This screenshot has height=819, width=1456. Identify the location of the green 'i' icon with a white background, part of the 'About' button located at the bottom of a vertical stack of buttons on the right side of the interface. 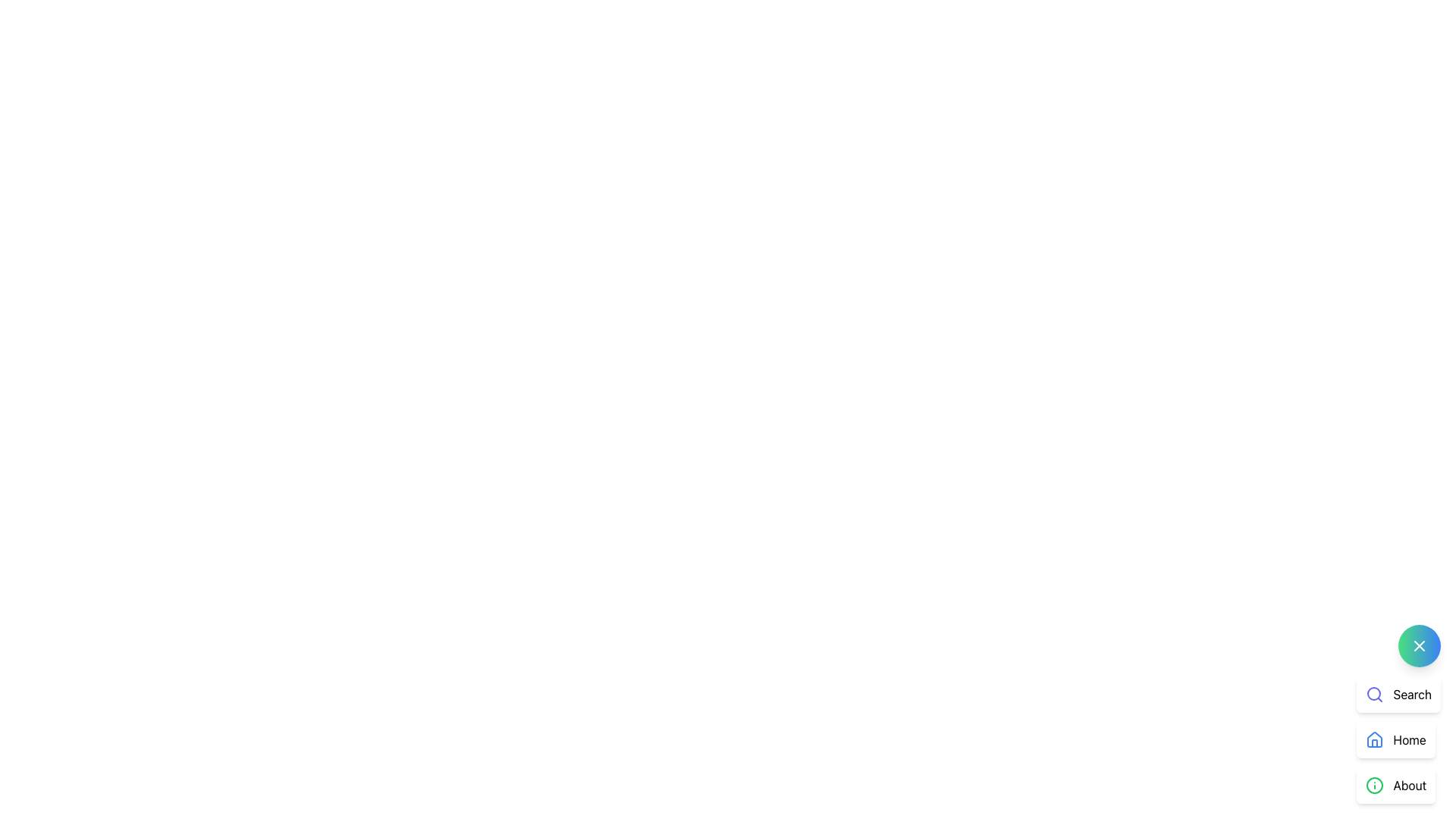
(1375, 785).